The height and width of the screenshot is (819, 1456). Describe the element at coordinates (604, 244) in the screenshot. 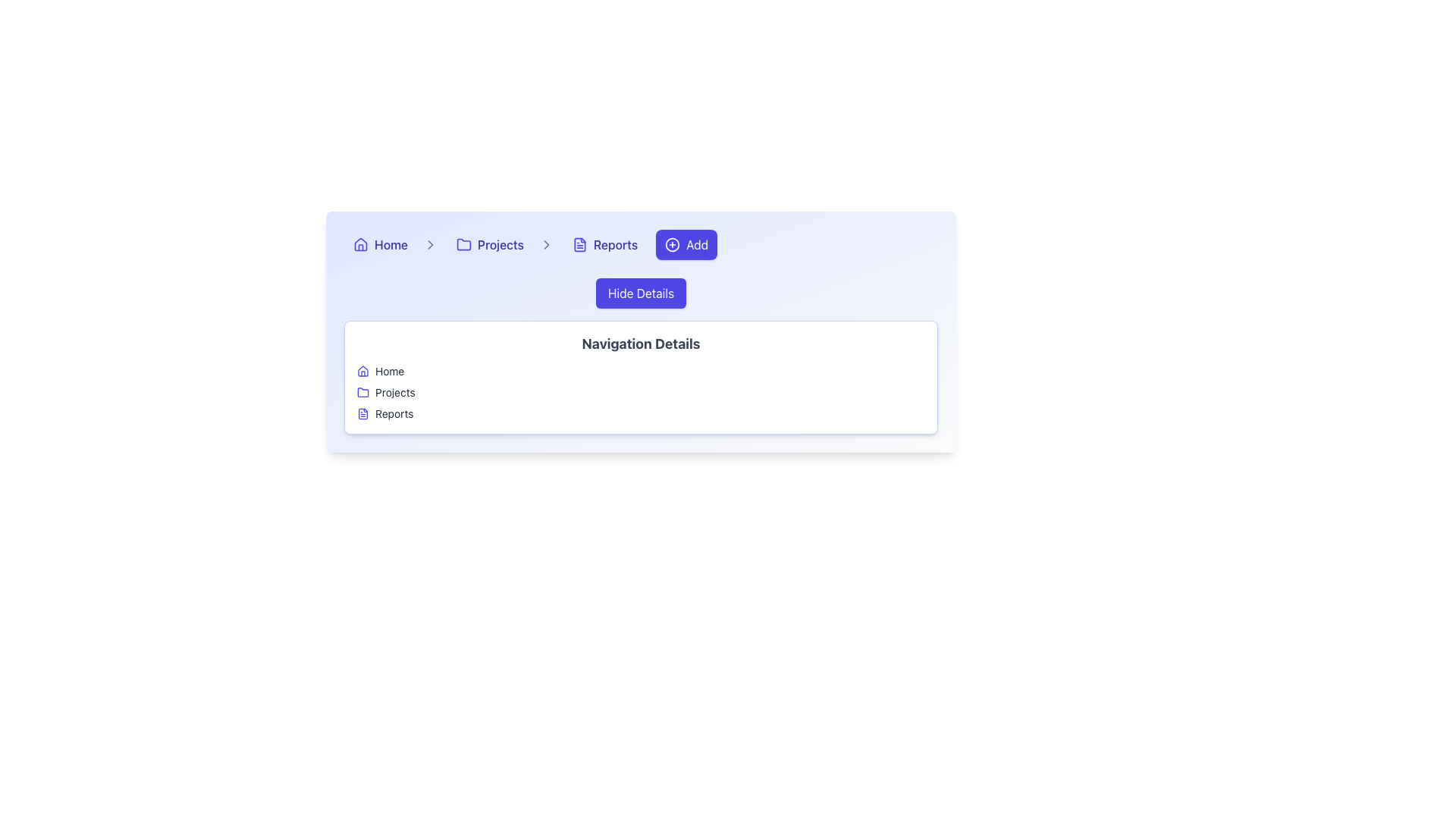

I see `the 'Reports' text in the Breadcrumb navigation item` at that location.